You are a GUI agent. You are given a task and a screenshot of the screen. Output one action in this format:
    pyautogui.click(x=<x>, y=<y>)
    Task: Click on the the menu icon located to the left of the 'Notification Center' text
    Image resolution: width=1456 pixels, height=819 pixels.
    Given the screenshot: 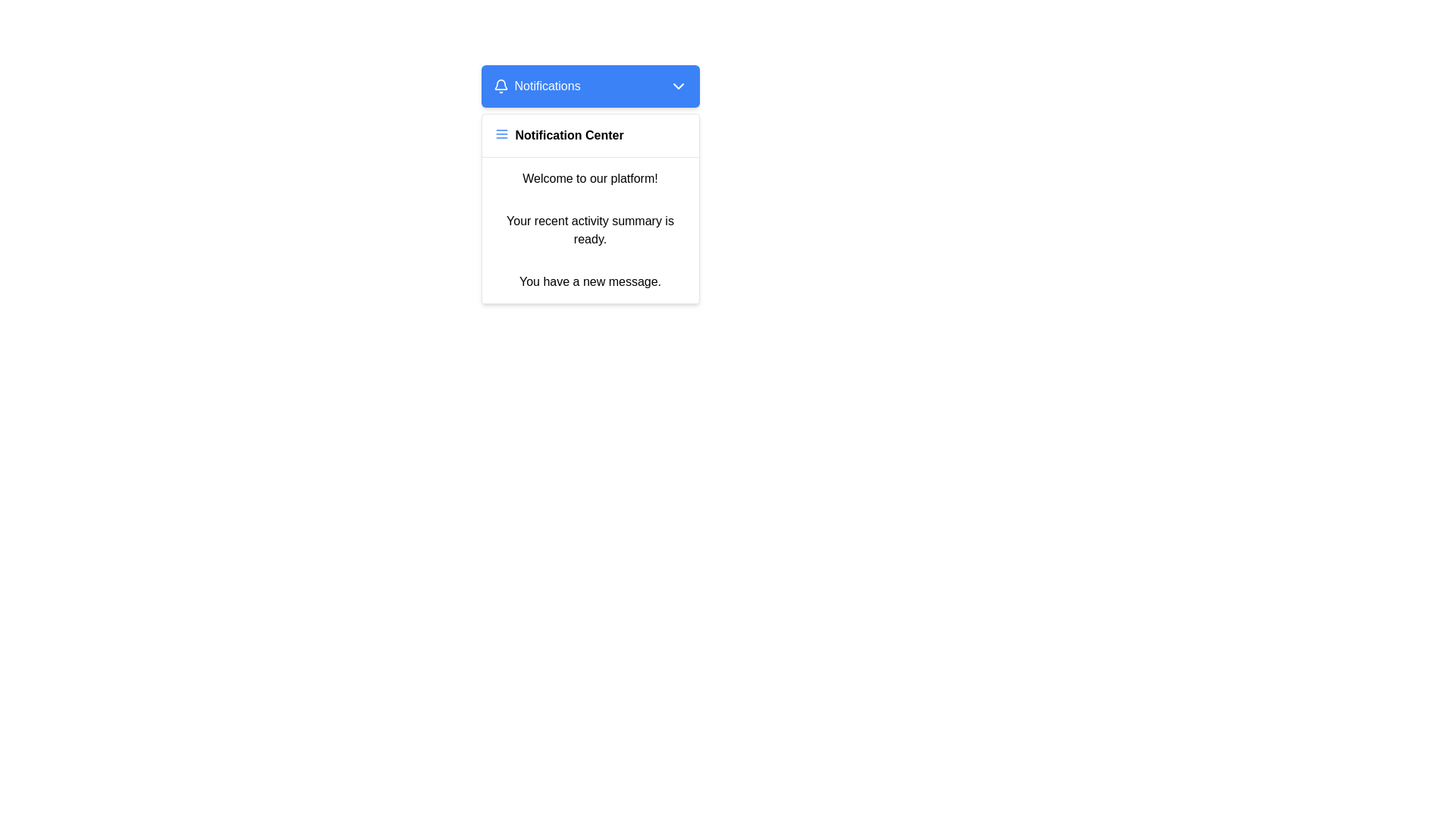 What is the action you would take?
    pyautogui.click(x=501, y=133)
    